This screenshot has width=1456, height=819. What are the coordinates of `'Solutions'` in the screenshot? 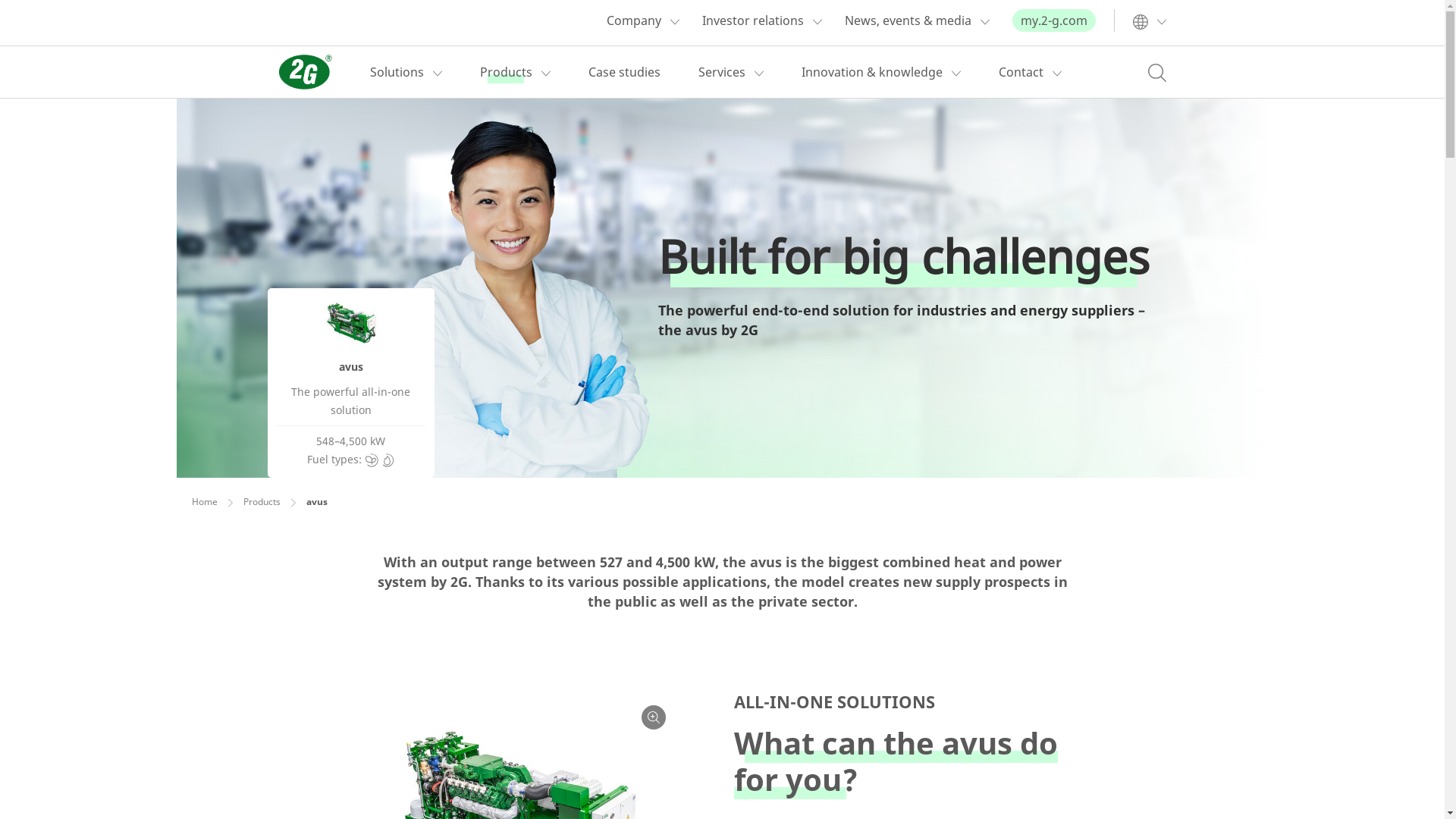 It's located at (370, 72).